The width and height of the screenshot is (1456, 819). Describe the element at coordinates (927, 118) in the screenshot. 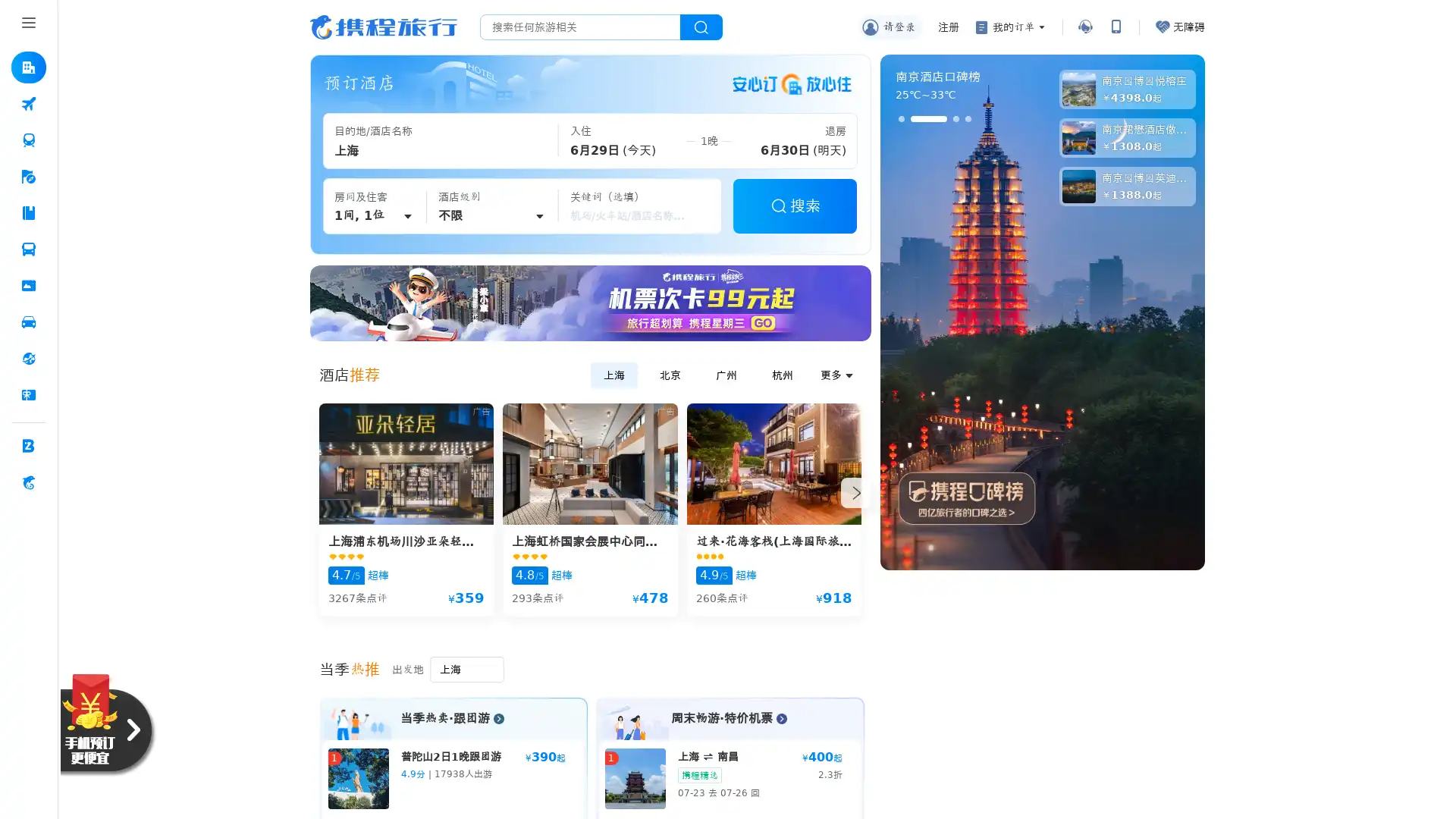

I see `Go to slide 2` at that location.